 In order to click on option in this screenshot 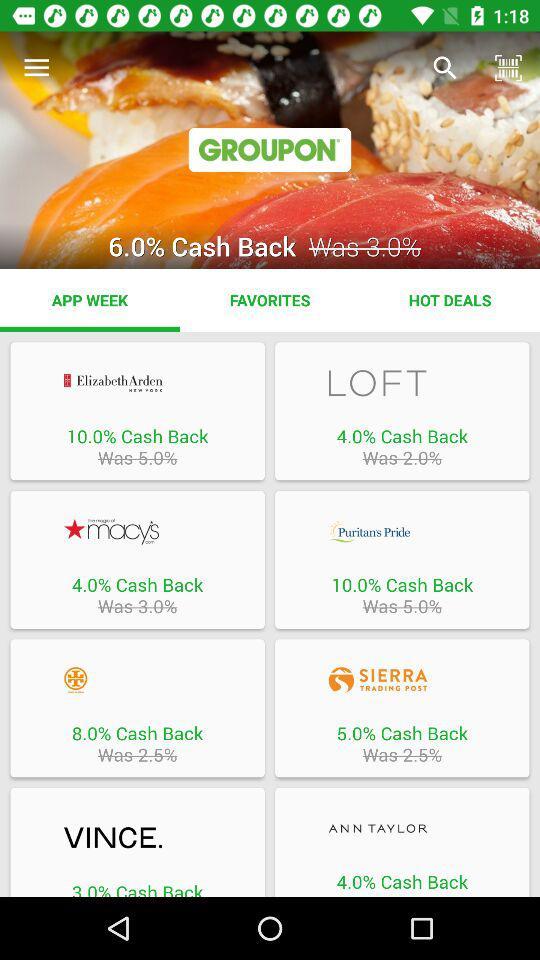, I will do `click(402, 382)`.